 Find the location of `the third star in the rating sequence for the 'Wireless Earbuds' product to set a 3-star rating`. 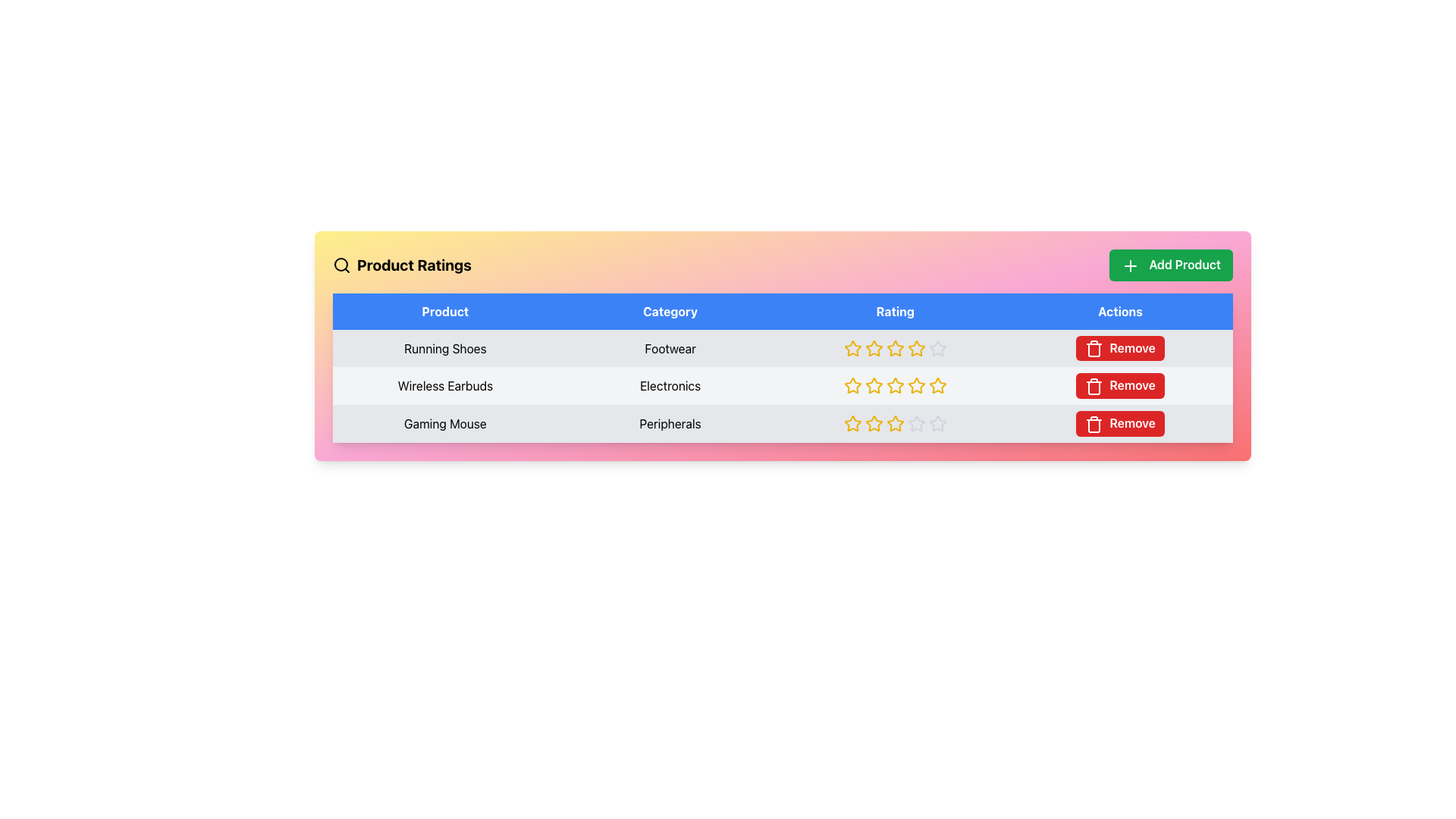

the third star in the rating sequence for the 'Wireless Earbuds' product to set a 3-star rating is located at coordinates (915, 384).